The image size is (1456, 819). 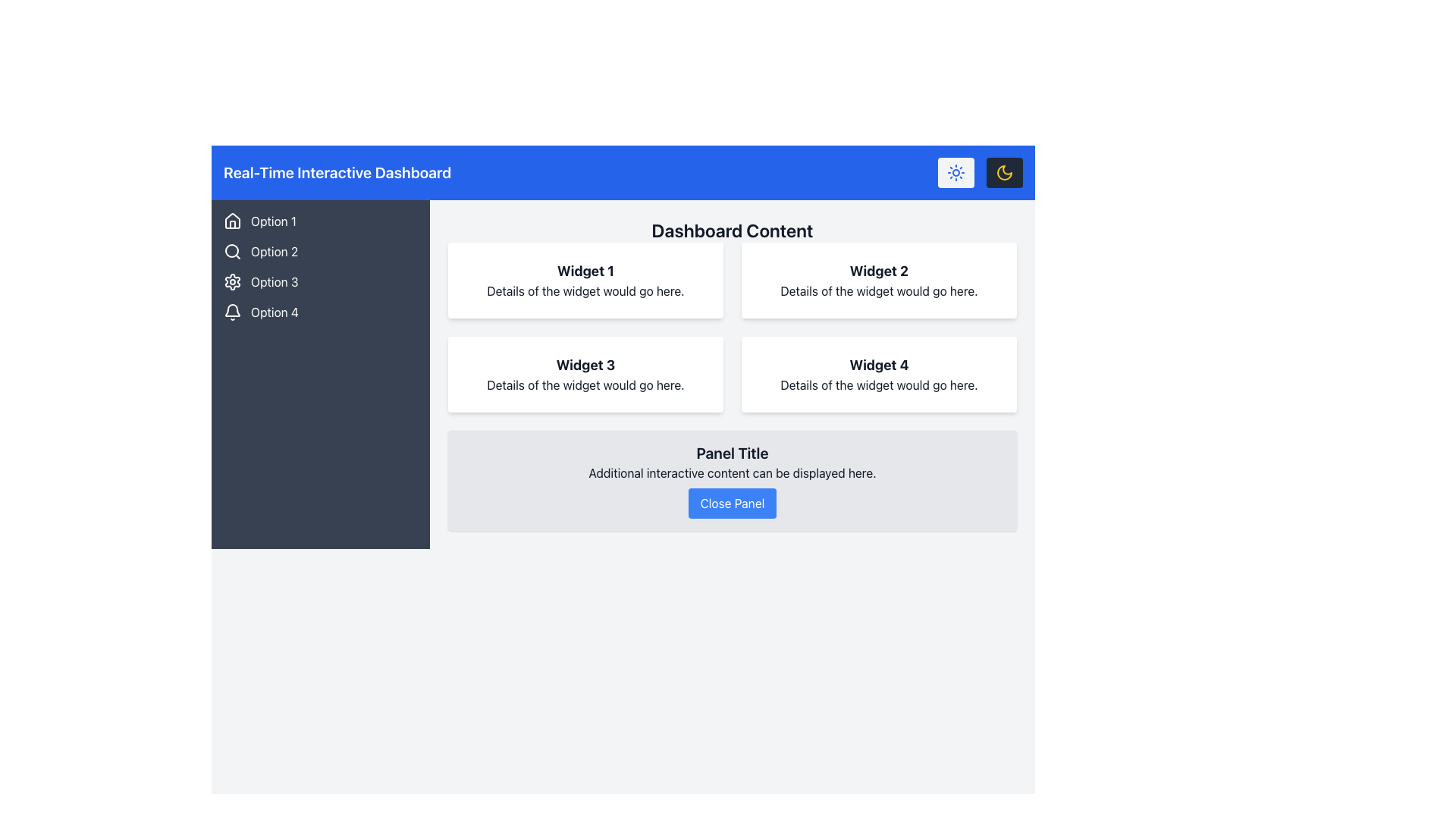 I want to click on the 'Option 1' text label in the vertical menu on the left side of the interface, so click(x=273, y=221).